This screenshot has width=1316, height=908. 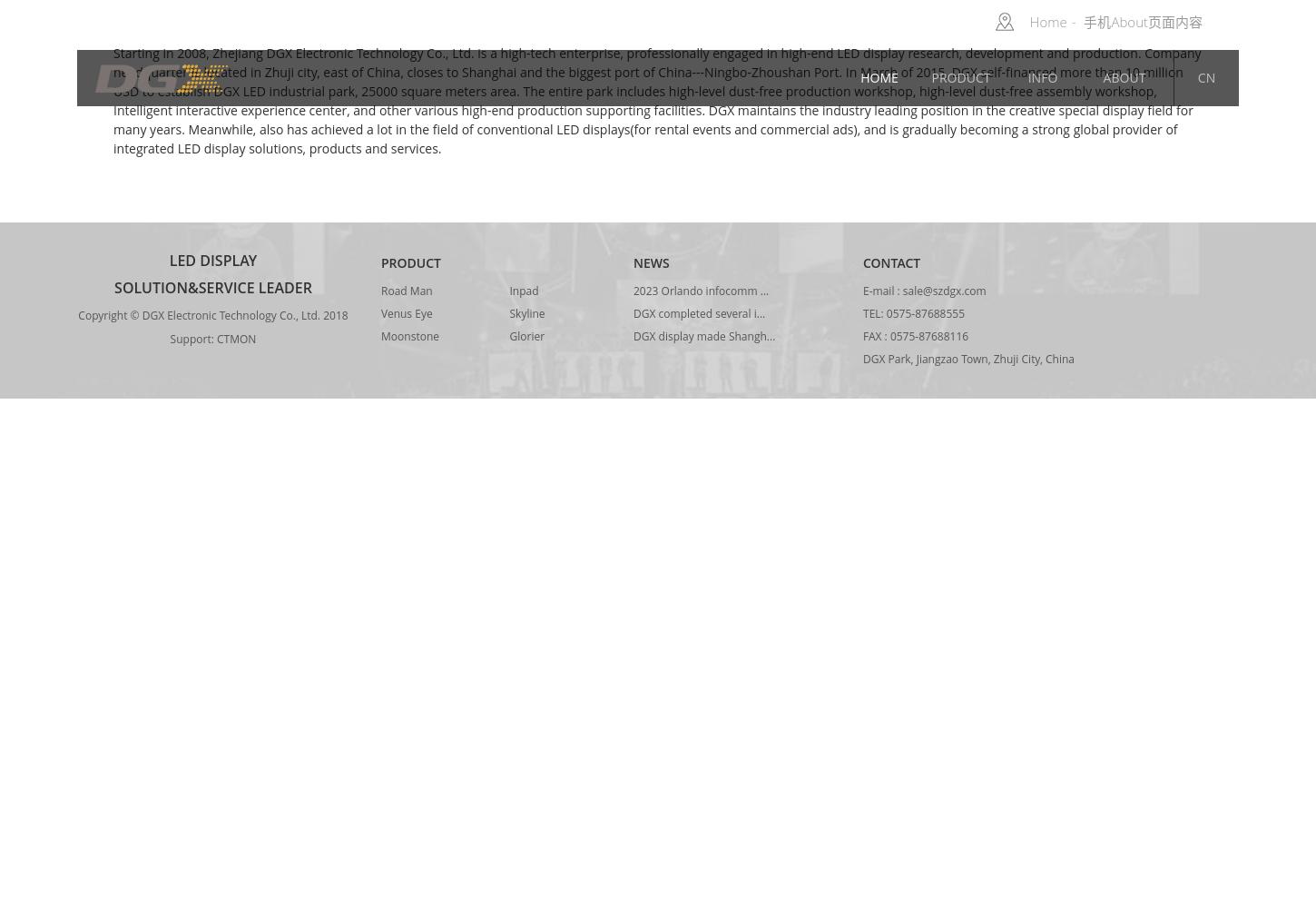 What do you see at coordinates (1026, 76) in the screenshot?
I see `'Info'` at bounding box center [1026, 76].